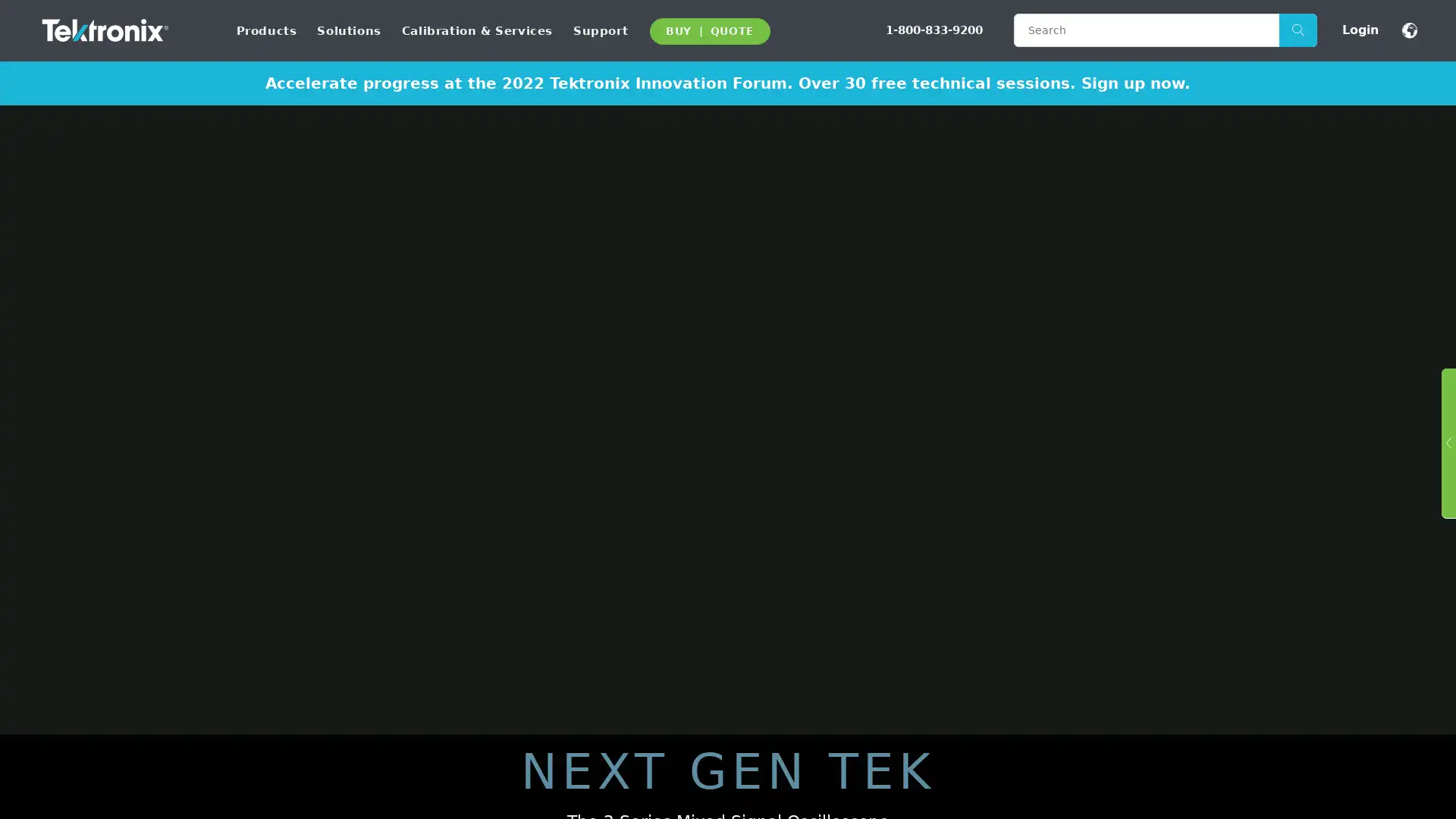 The width and height of the screenshot is (1456, 819). I want to click on Accept Cookies, so click(1225, 786).